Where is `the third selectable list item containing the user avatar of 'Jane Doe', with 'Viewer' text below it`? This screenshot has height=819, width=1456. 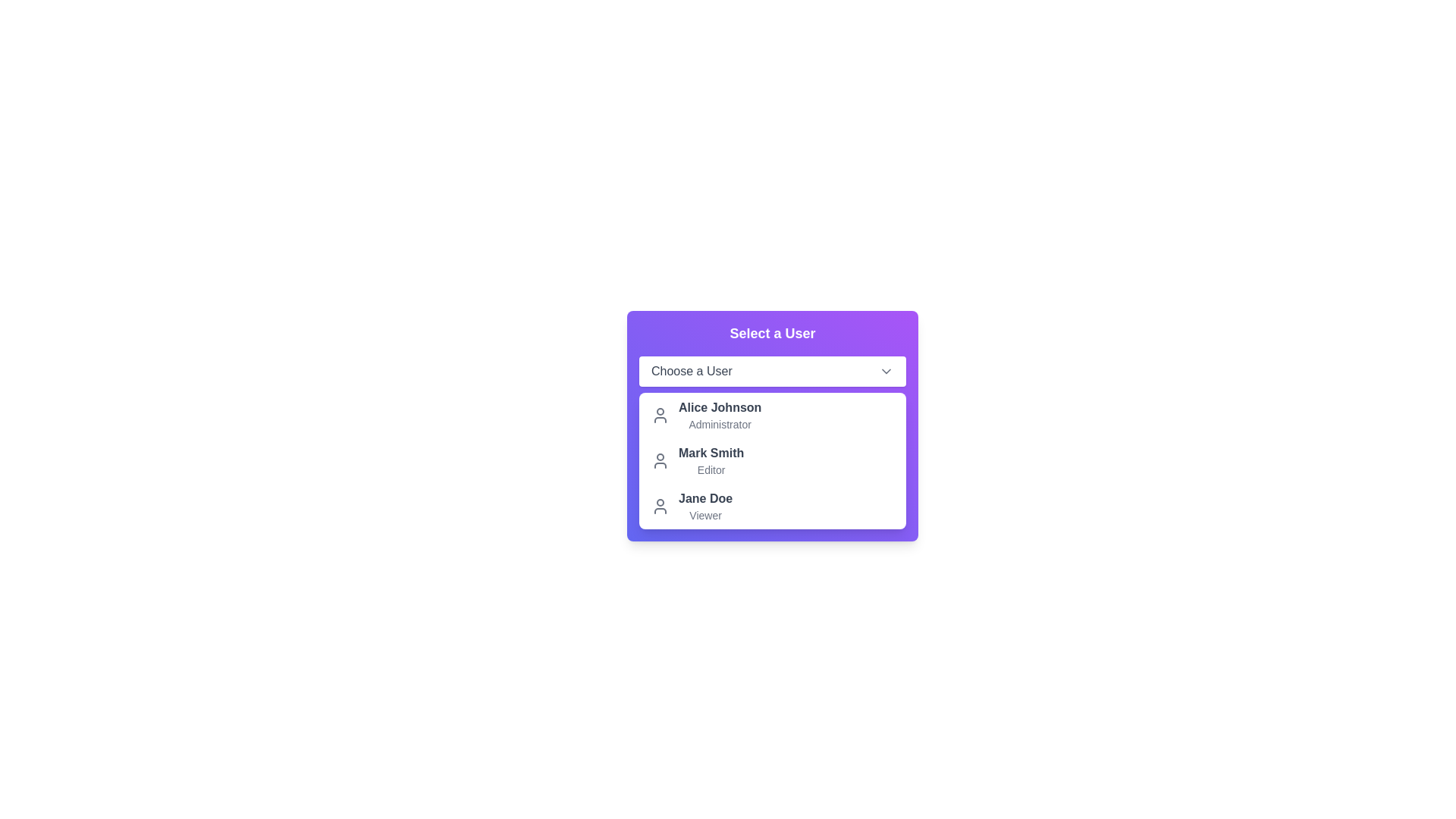
the third selectable list item containing the user avatar of 'Jane Doe', with 'Viewer' text below it is located at coordinates (691, 506).